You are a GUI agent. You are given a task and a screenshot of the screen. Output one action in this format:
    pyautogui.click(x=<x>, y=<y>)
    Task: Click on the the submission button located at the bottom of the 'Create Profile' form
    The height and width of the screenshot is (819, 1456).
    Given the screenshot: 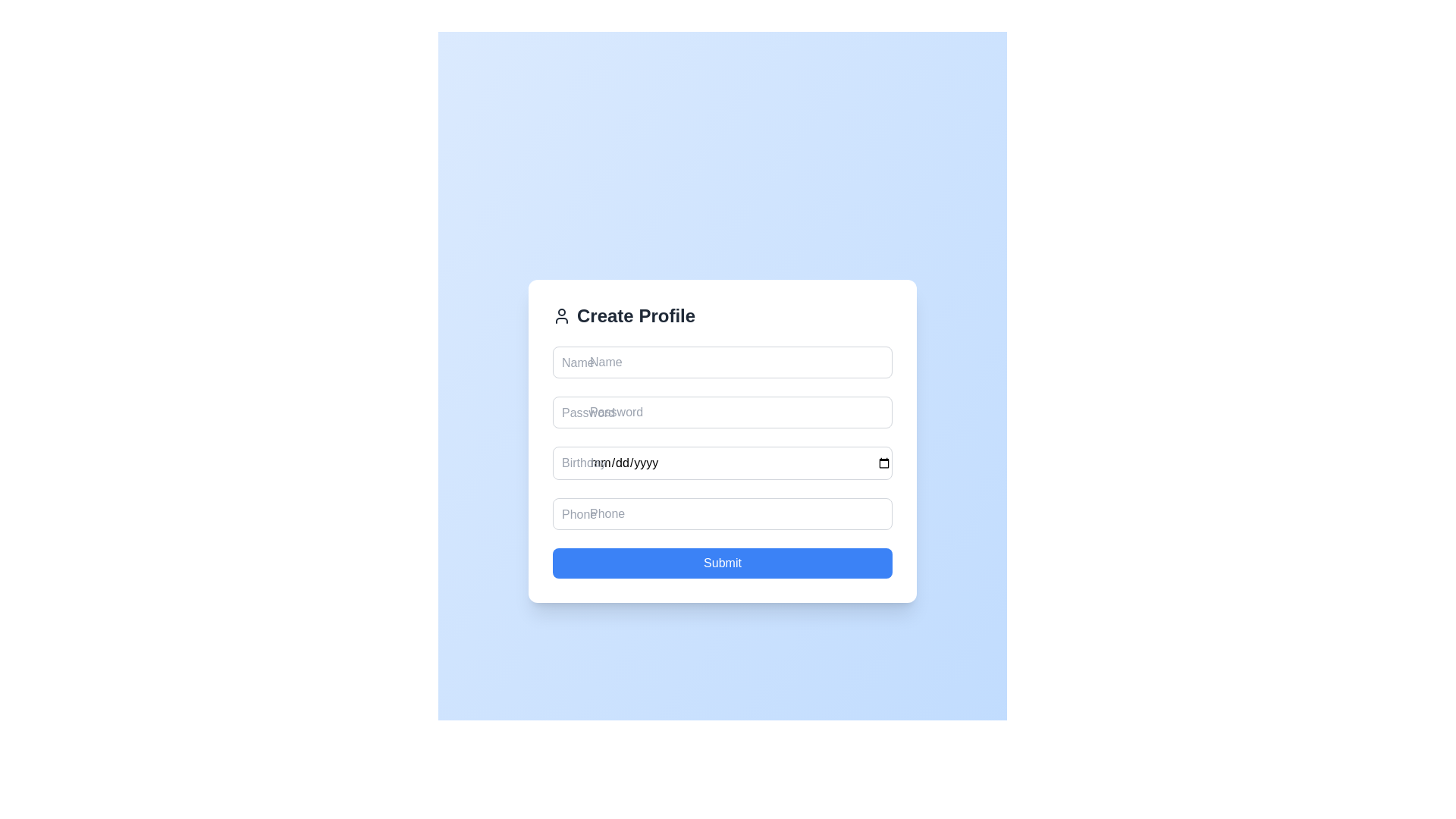 What is the action you would take?
    pyautogui.click(x=722, y=563)
    